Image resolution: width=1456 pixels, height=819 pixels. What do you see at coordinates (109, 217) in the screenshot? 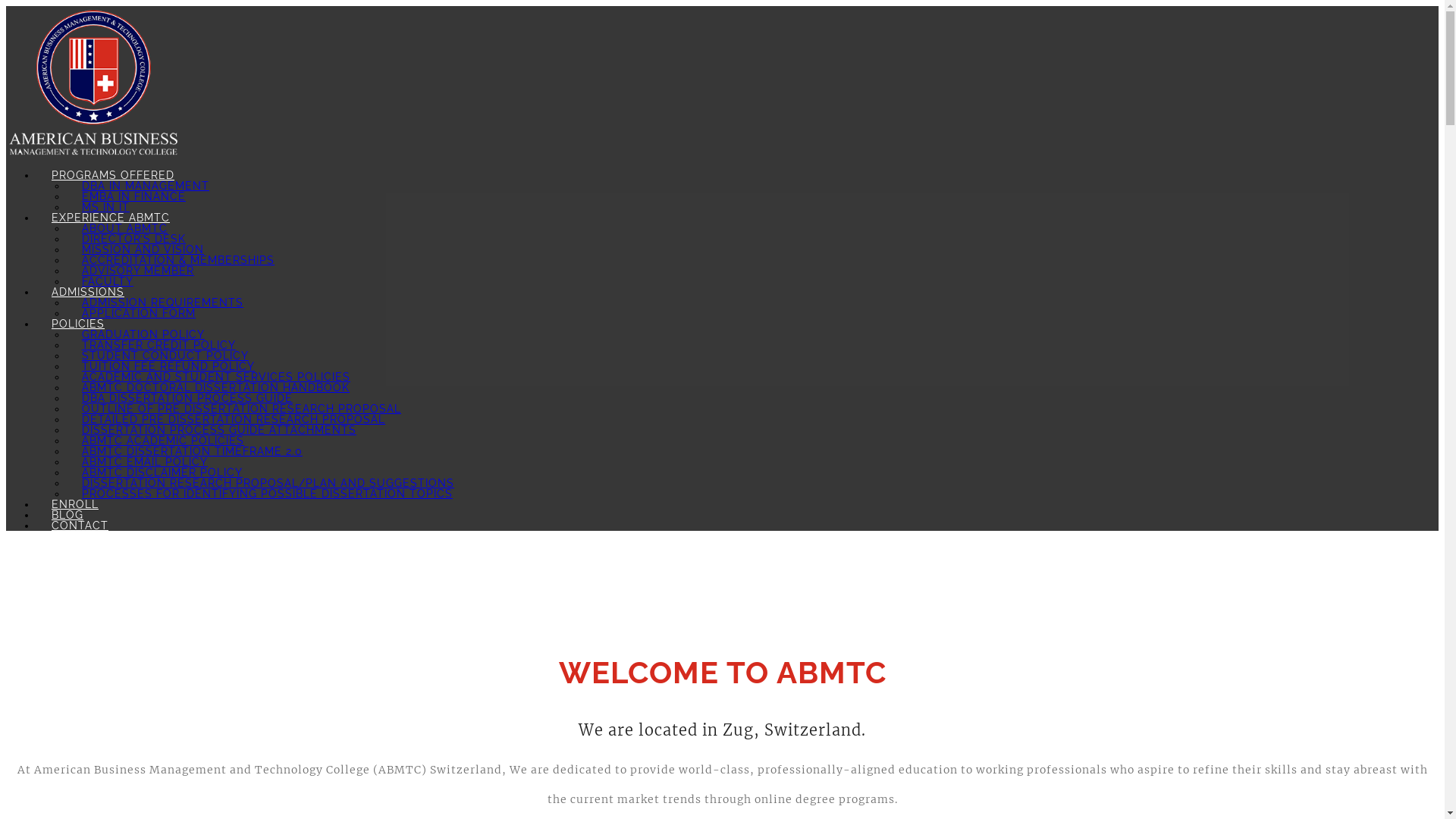
I see `'EXPERIENCE ABMTC'` at bounding box center [109, 217].